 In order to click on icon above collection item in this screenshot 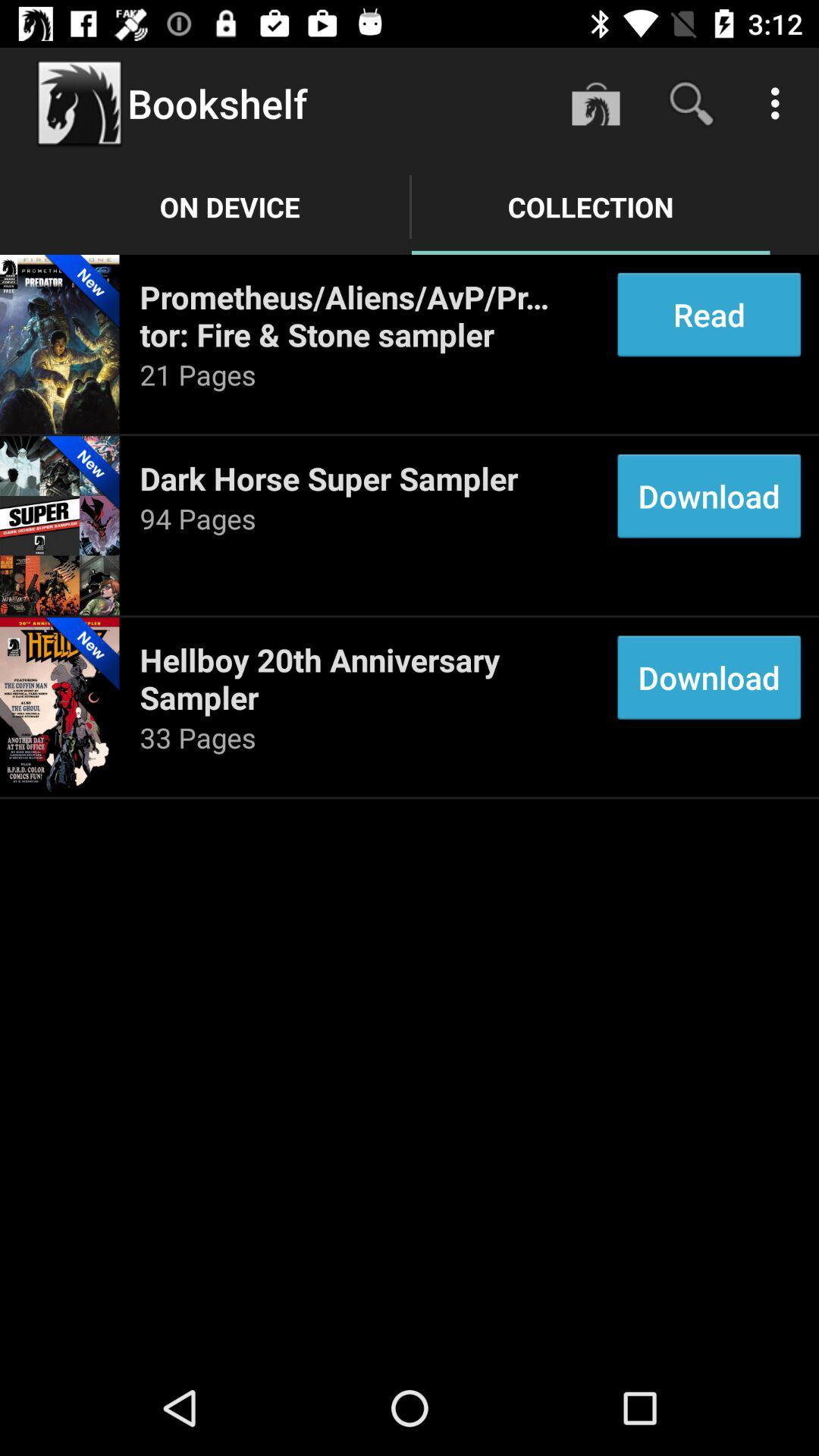, I will do `click(691, 102)`.